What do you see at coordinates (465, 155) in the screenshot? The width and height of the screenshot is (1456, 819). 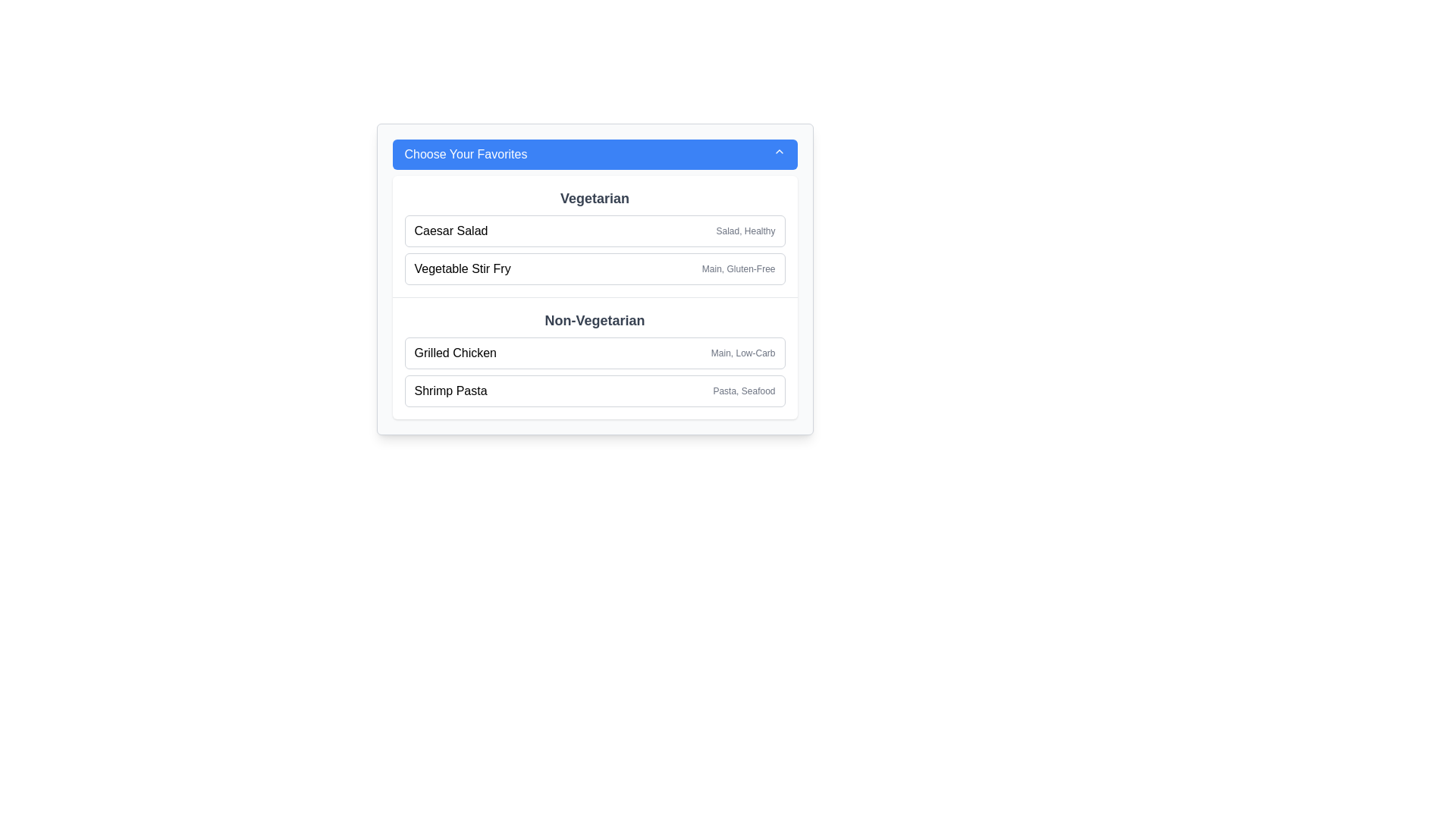 I see `the text label located centrally within the blue header section at the top of the pane, which serves as a header or title for the section below` at bounding box center [465, 155].